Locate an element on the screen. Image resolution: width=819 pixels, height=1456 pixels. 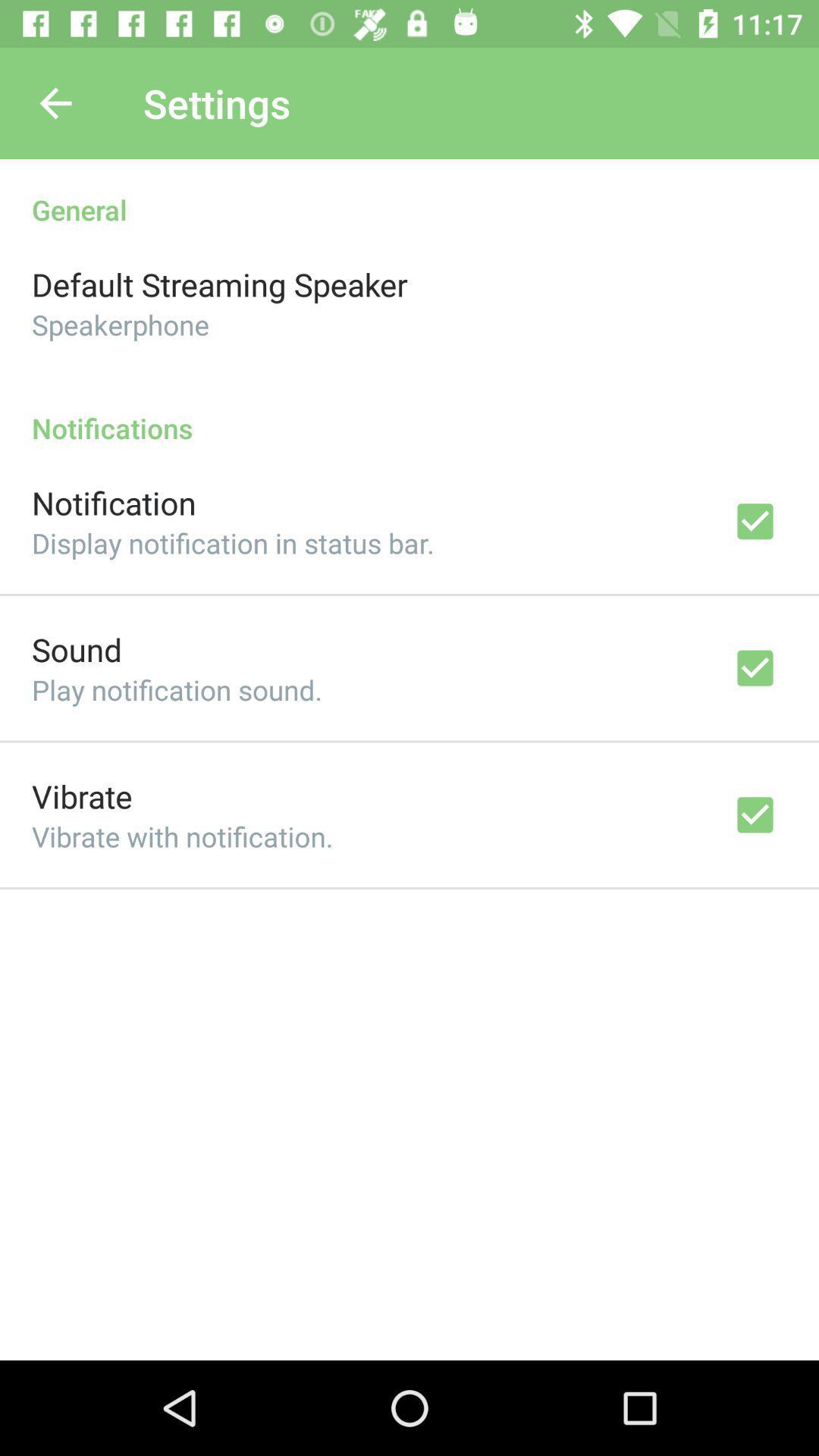
the vibrate with notification. icon is located at coordinates (181, 836).